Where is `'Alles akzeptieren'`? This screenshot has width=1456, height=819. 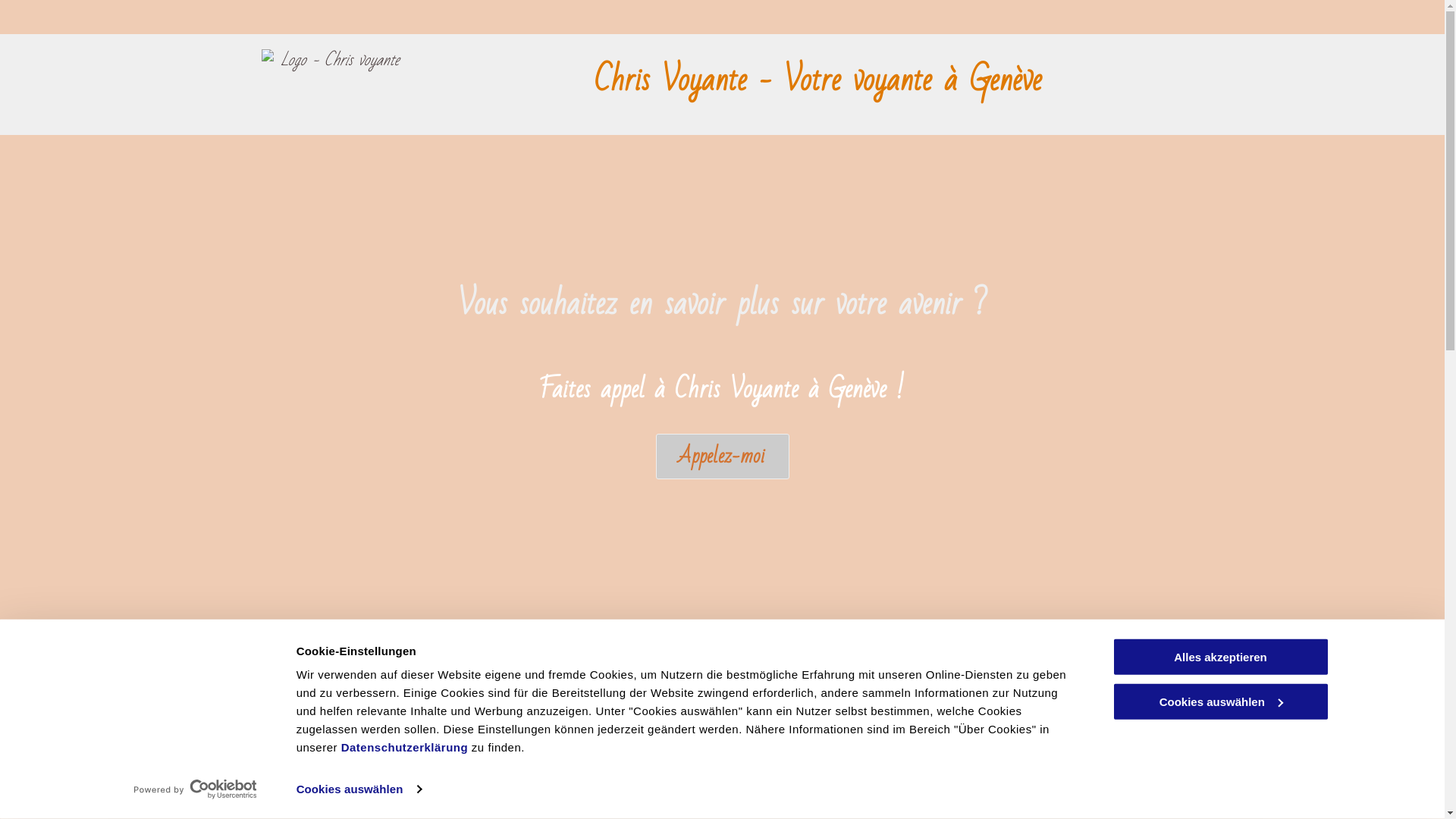 'Alles akzeptieren' is located at coordinates (1219, 656).